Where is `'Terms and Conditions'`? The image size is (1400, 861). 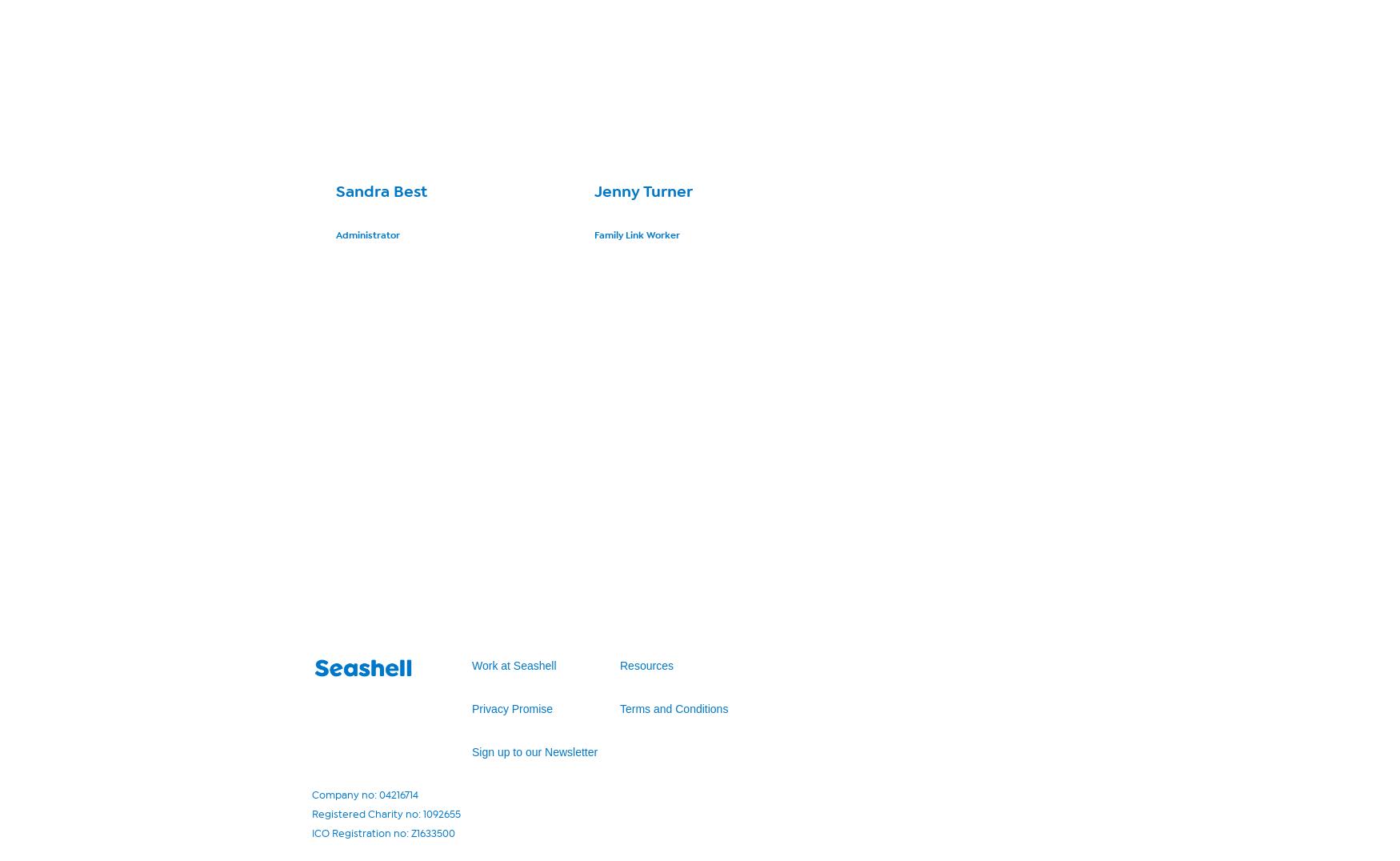
'Terms and Conditions' is located at coordinates (674, 708).